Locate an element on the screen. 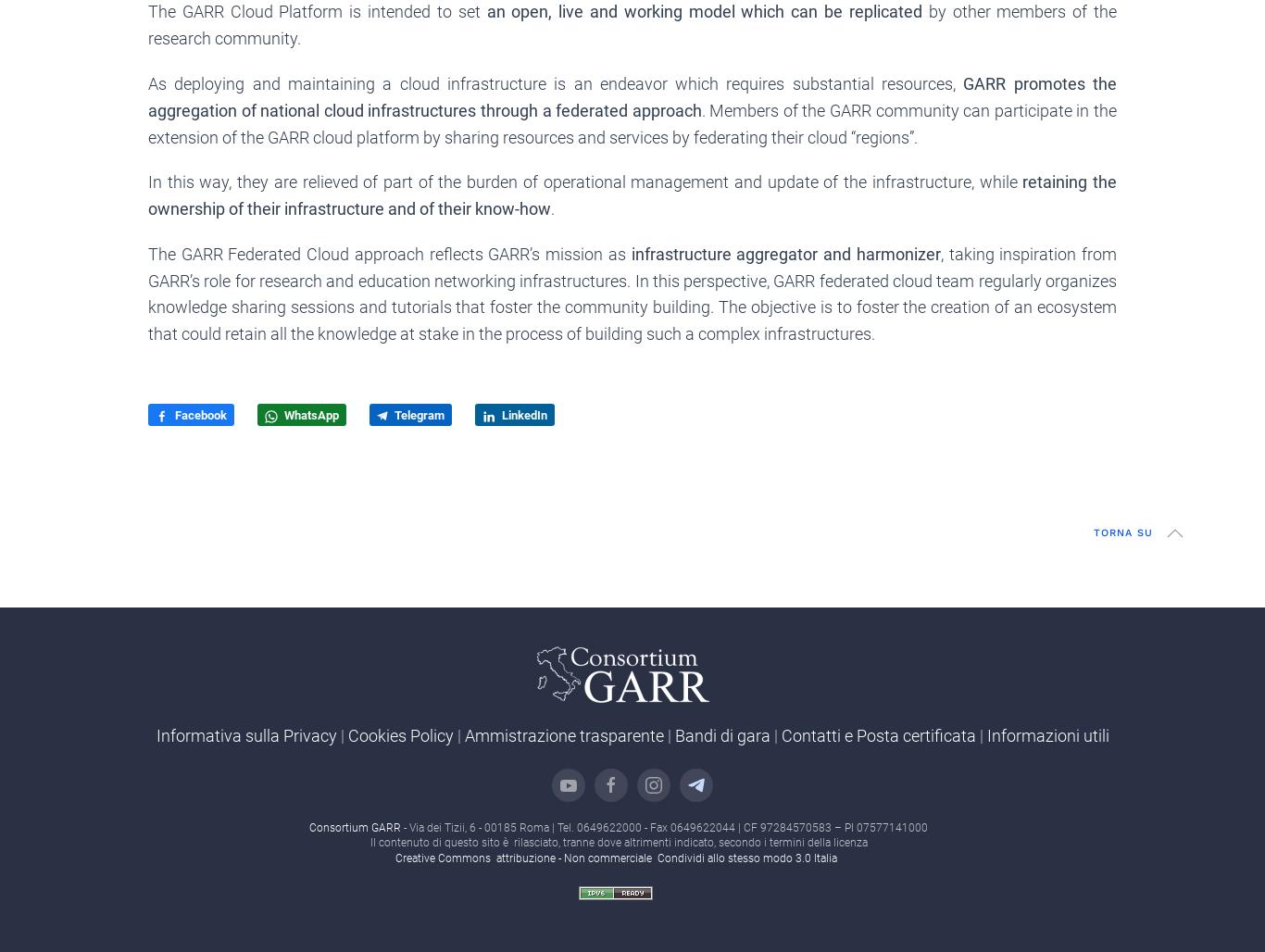 The image size is (1265, 952). 'The GARR Federated Cloud approach reflects GARR’s mission as' is located at coordinates (388, 253).